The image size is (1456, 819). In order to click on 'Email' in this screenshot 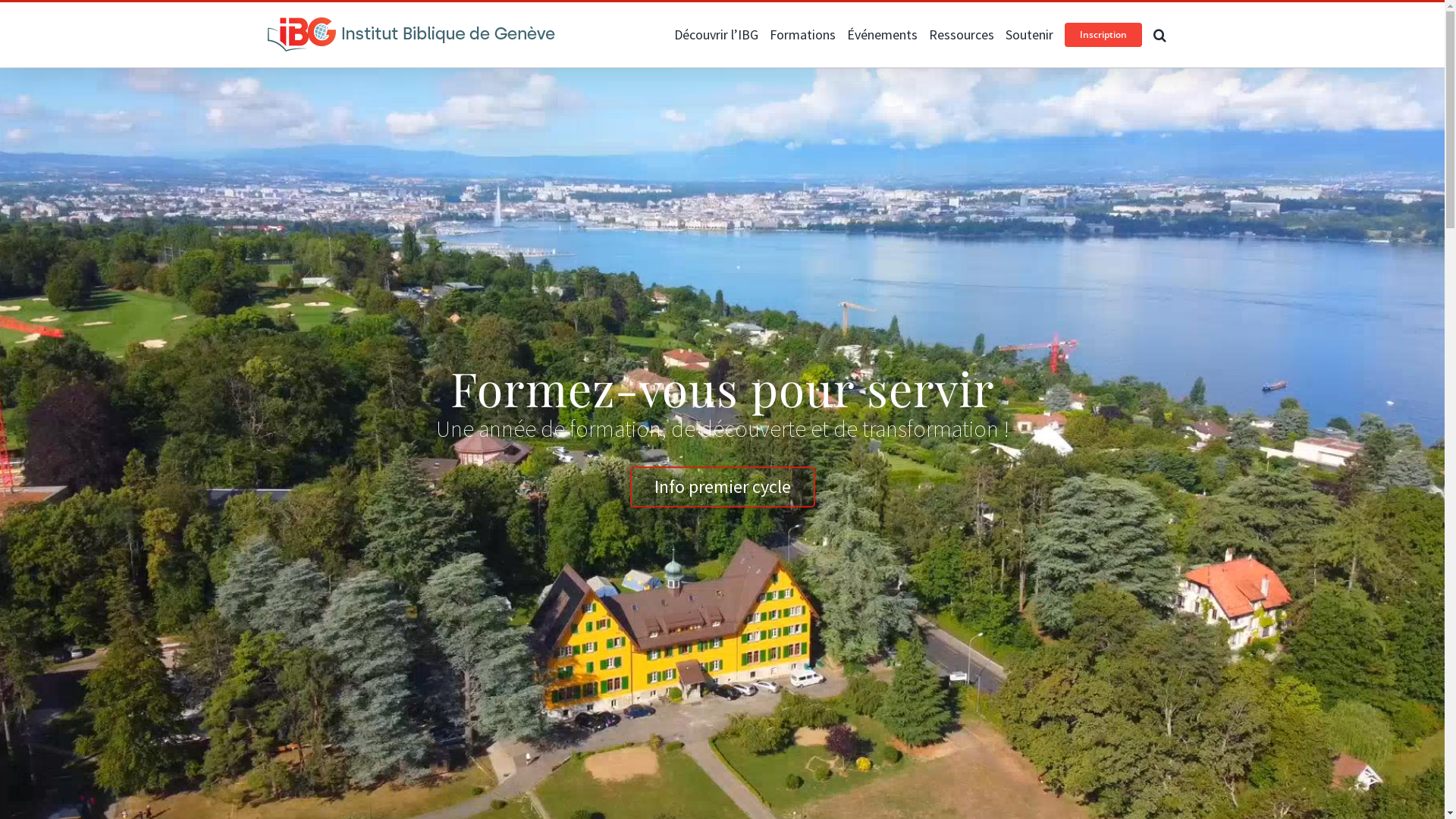, I will do `click(327, 17)`.